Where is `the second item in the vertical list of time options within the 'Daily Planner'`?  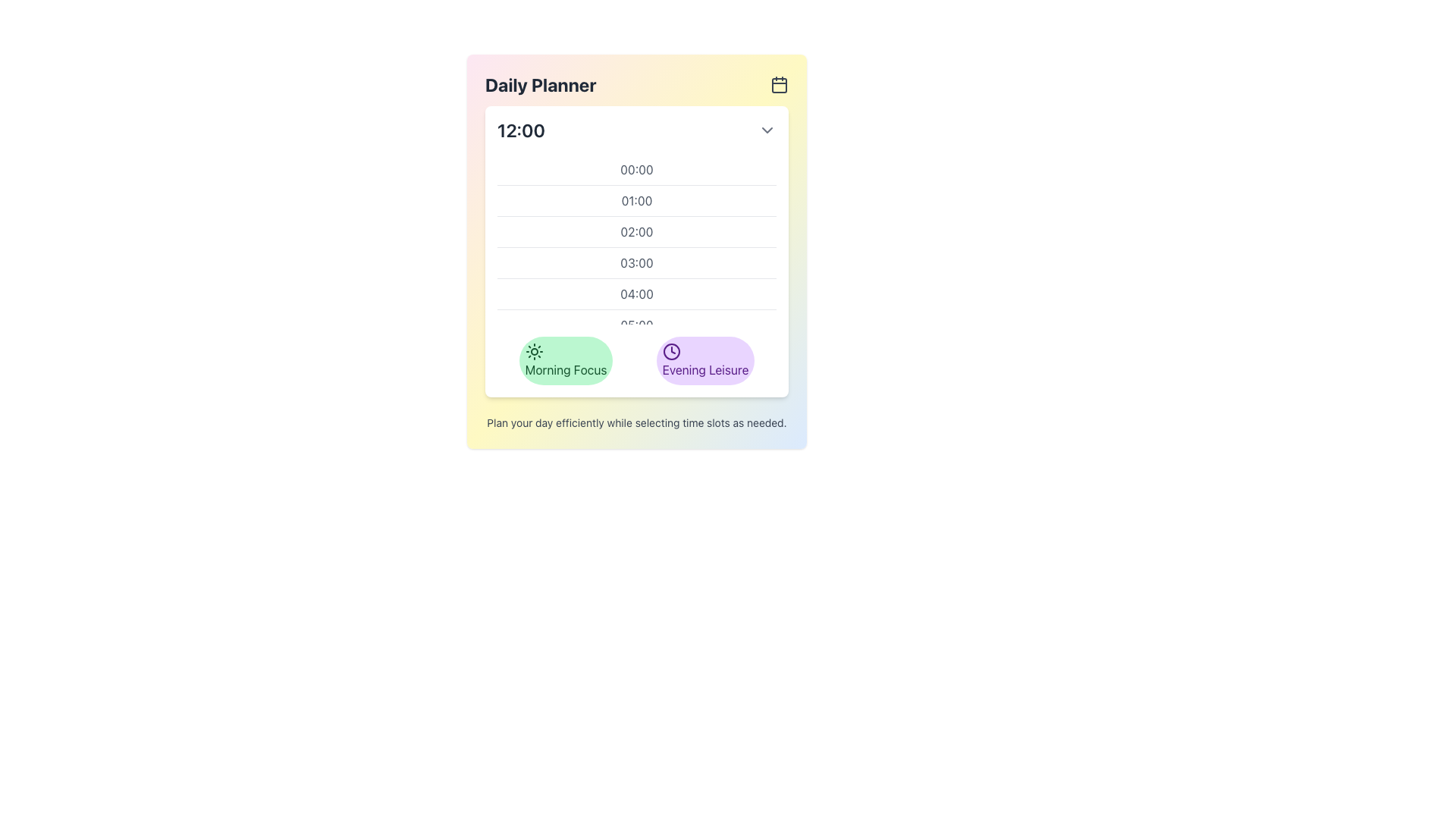 the second item in the vertical list of time options within the 'Daily Planner' is located at coordinates (637, 199).